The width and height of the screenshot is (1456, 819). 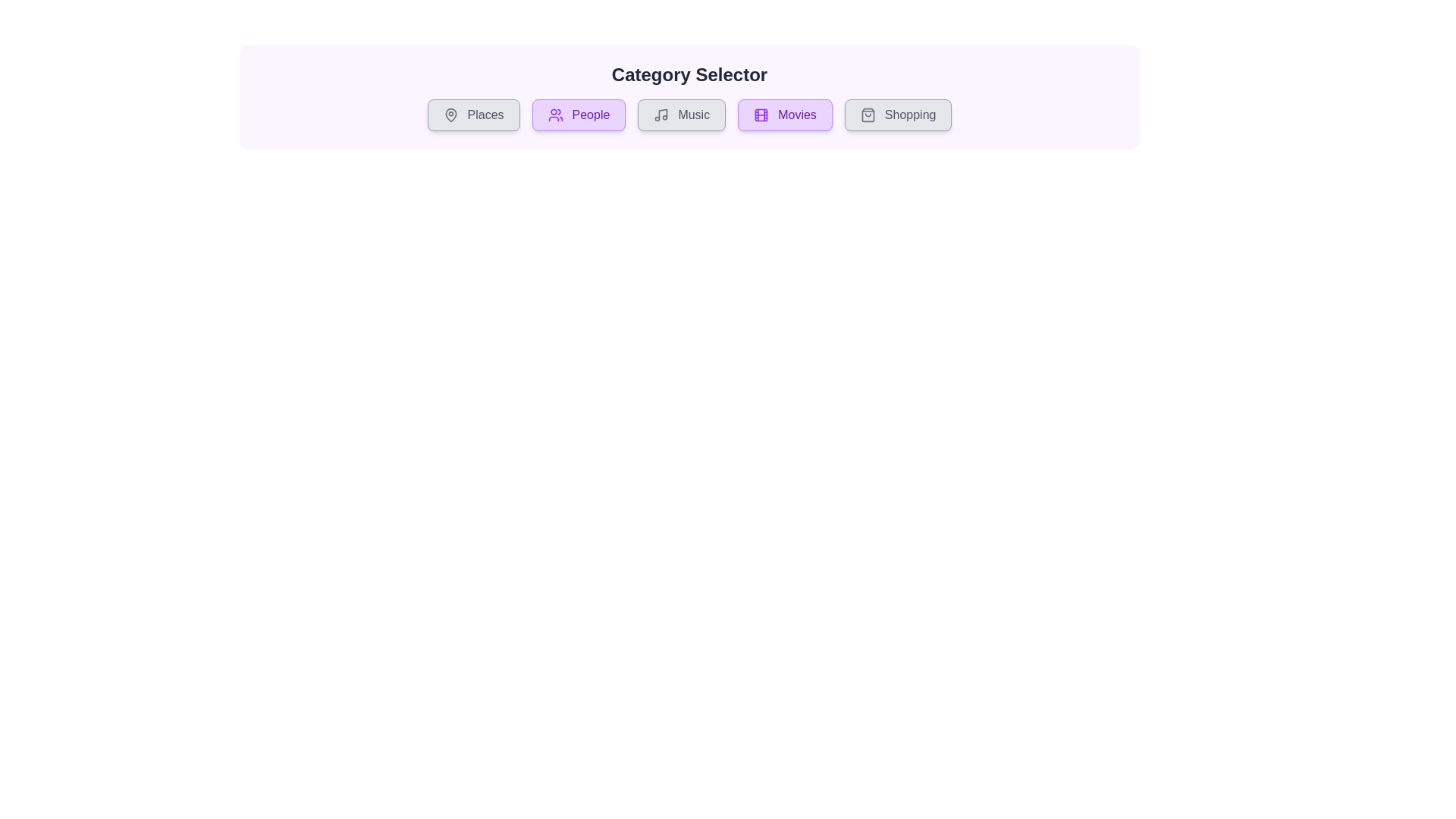 What do you see at coordinates (785, 114) in the screenshot?
I see `the category button labeled Movies to toggle its selection state` at bounding box center [785, 114].